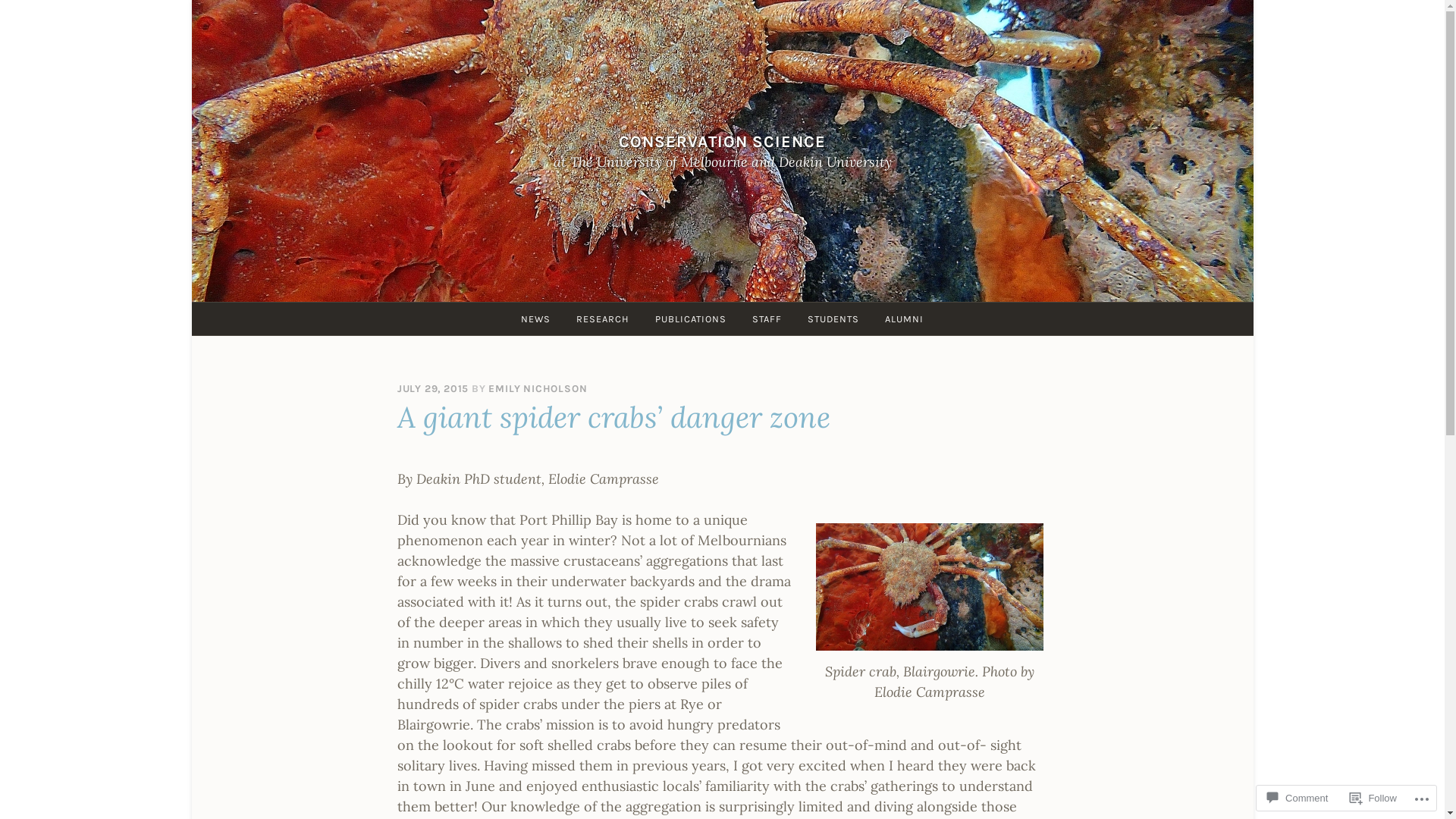  Describe the element at coordinates (644, 318) in the screenshot. I see `'PUBLICATIONS'` at that location.